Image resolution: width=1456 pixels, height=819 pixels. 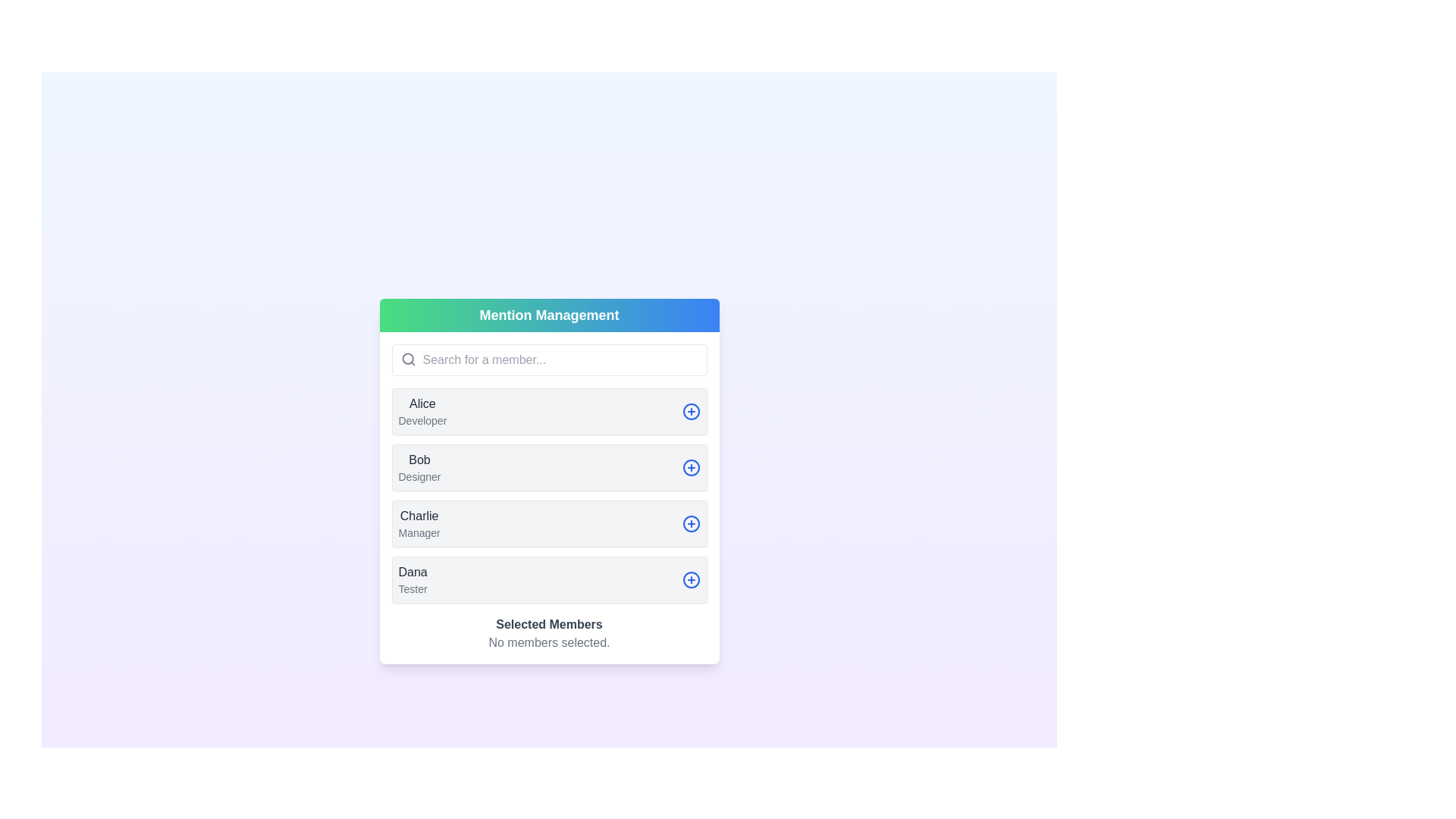 I want to click on the circular addition icon button associated with 'Charlie - Manager', which is the third button in a vertical list of four buttons, so click(x=690, y=522).